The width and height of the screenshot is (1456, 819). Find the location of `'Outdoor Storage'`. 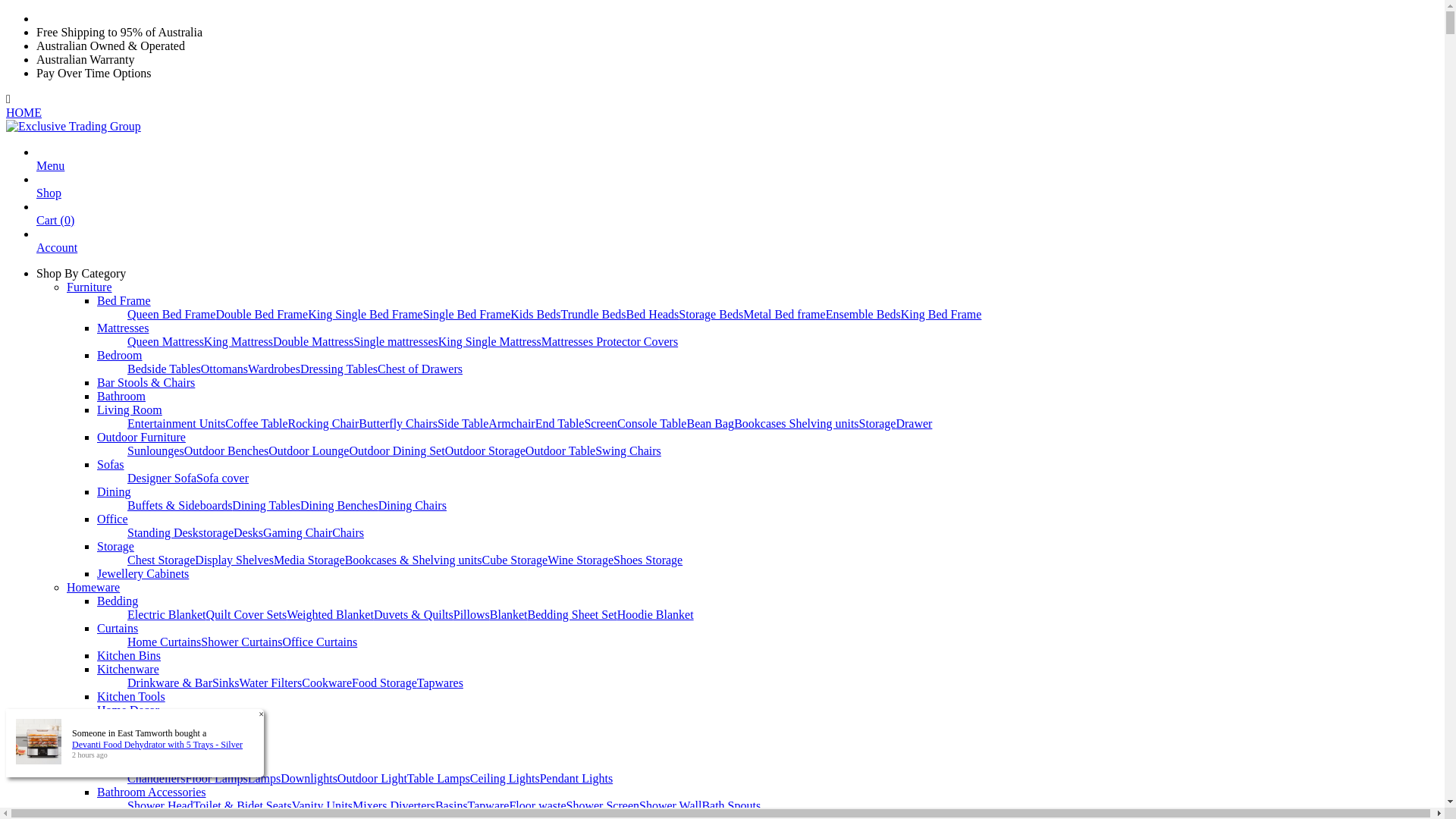

'Outdoor Storage' is located at coordinates (484, 450).